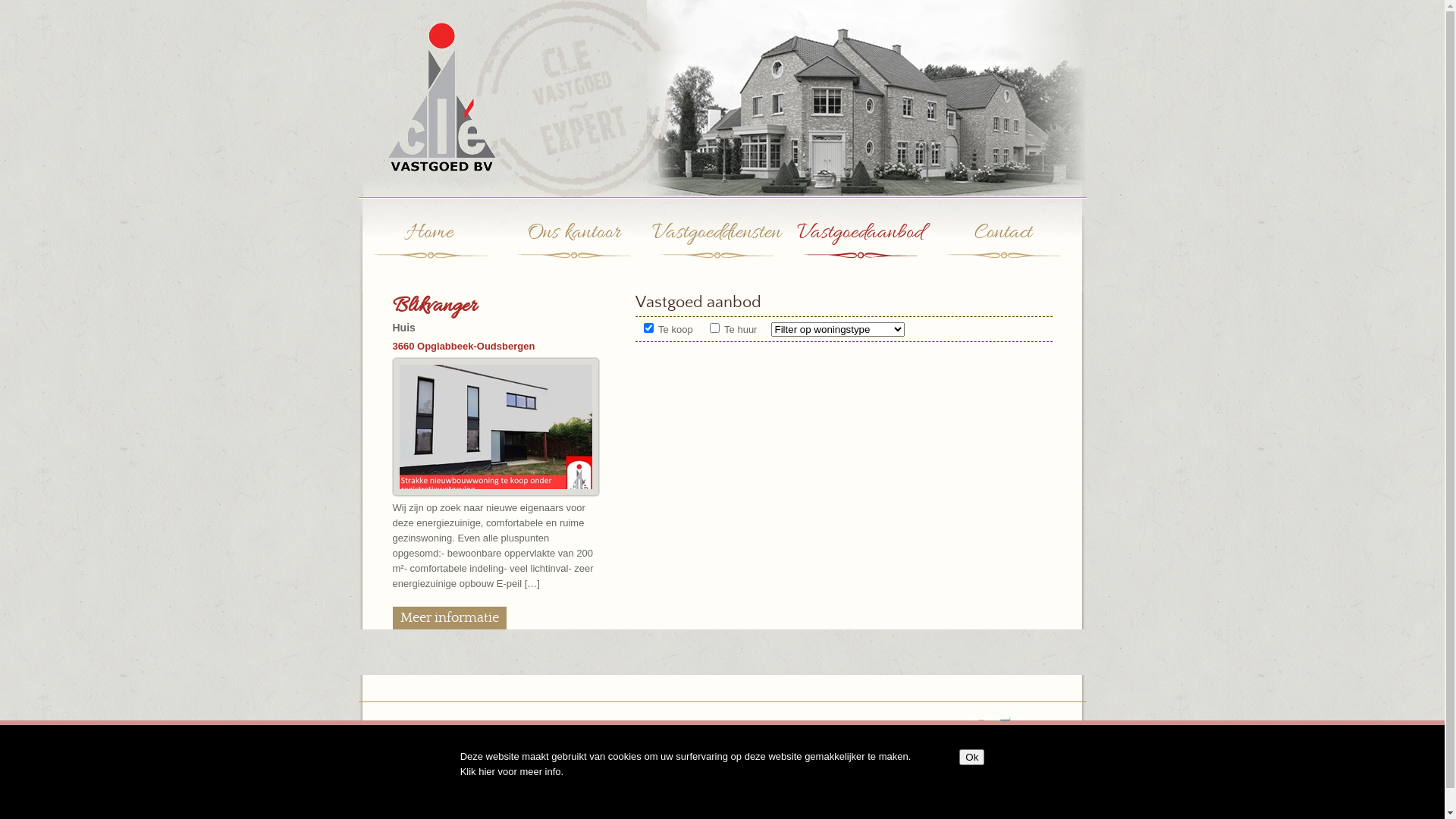 Image resolution: width=1456 pixels, height=819 pixels. Describe the element at coordinates (1003, 247) in the screenshot. I see `'Contact'` at that location.